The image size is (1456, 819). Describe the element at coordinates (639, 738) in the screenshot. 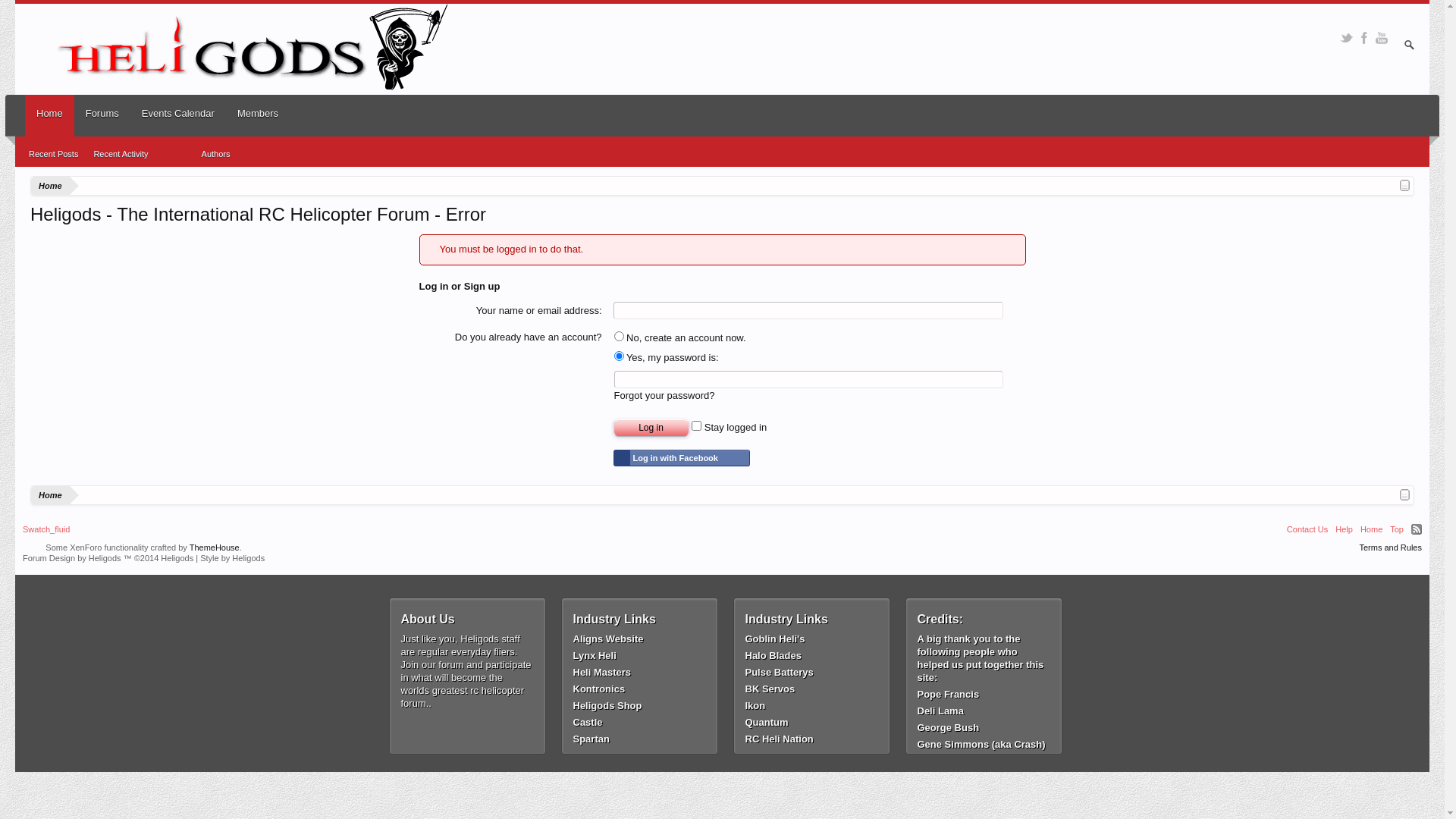

I see `'Spartan'` at that location.